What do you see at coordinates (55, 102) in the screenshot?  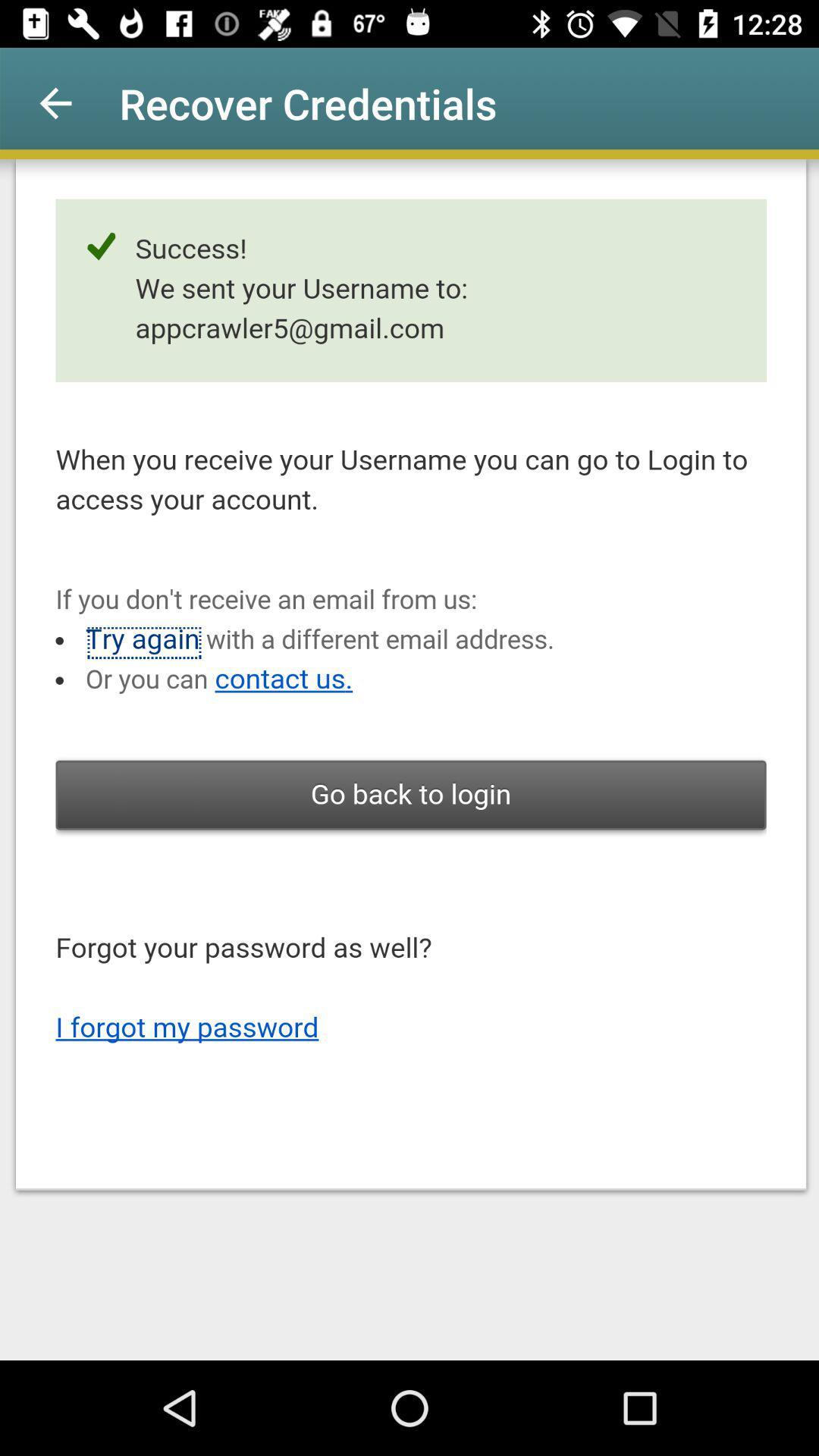 I see `icon at the top left corner` at bounding box center [55, 102].